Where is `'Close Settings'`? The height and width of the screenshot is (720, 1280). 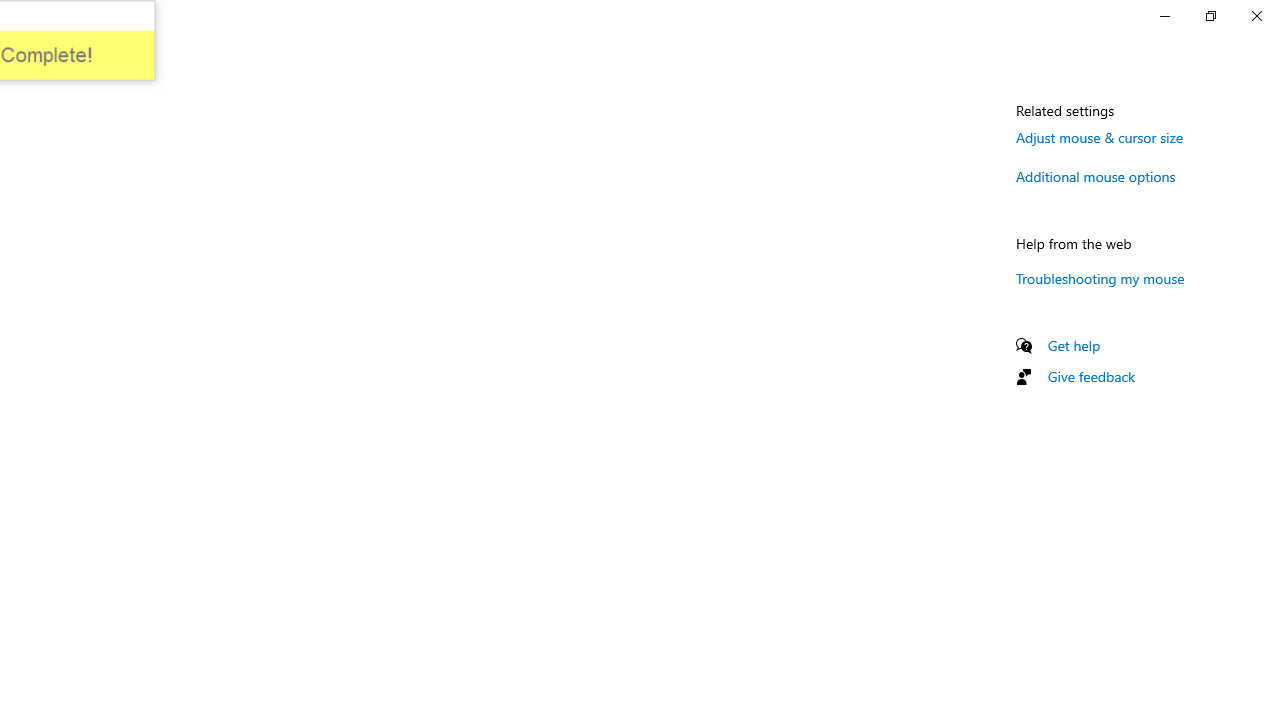 'Close Settings' is located at coordinates (1255, 15).